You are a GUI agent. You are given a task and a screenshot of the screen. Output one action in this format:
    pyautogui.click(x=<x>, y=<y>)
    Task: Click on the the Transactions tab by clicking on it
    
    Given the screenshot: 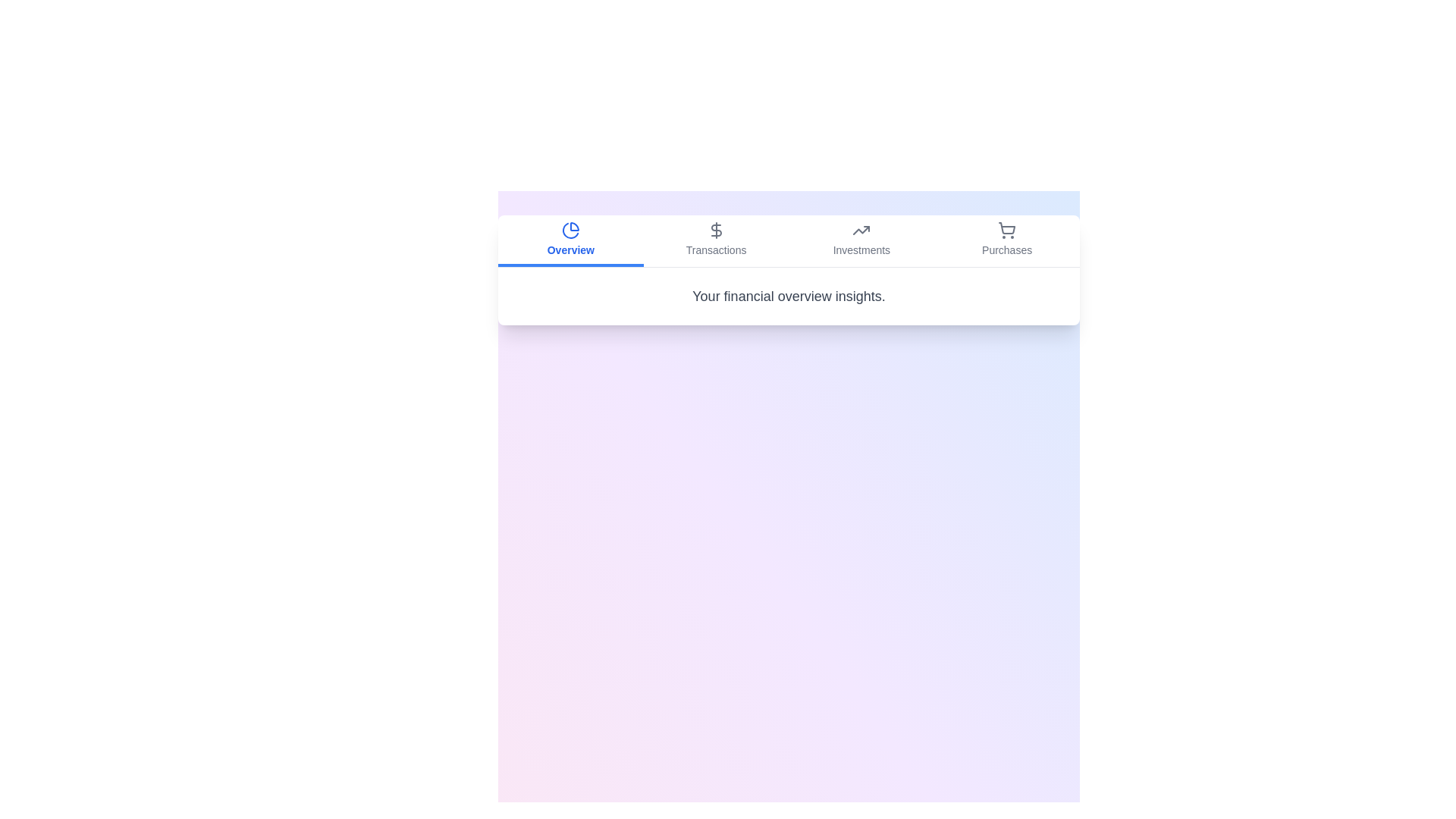 What is the action you would take?
    pyautogui.click(x=715, y=240)
    